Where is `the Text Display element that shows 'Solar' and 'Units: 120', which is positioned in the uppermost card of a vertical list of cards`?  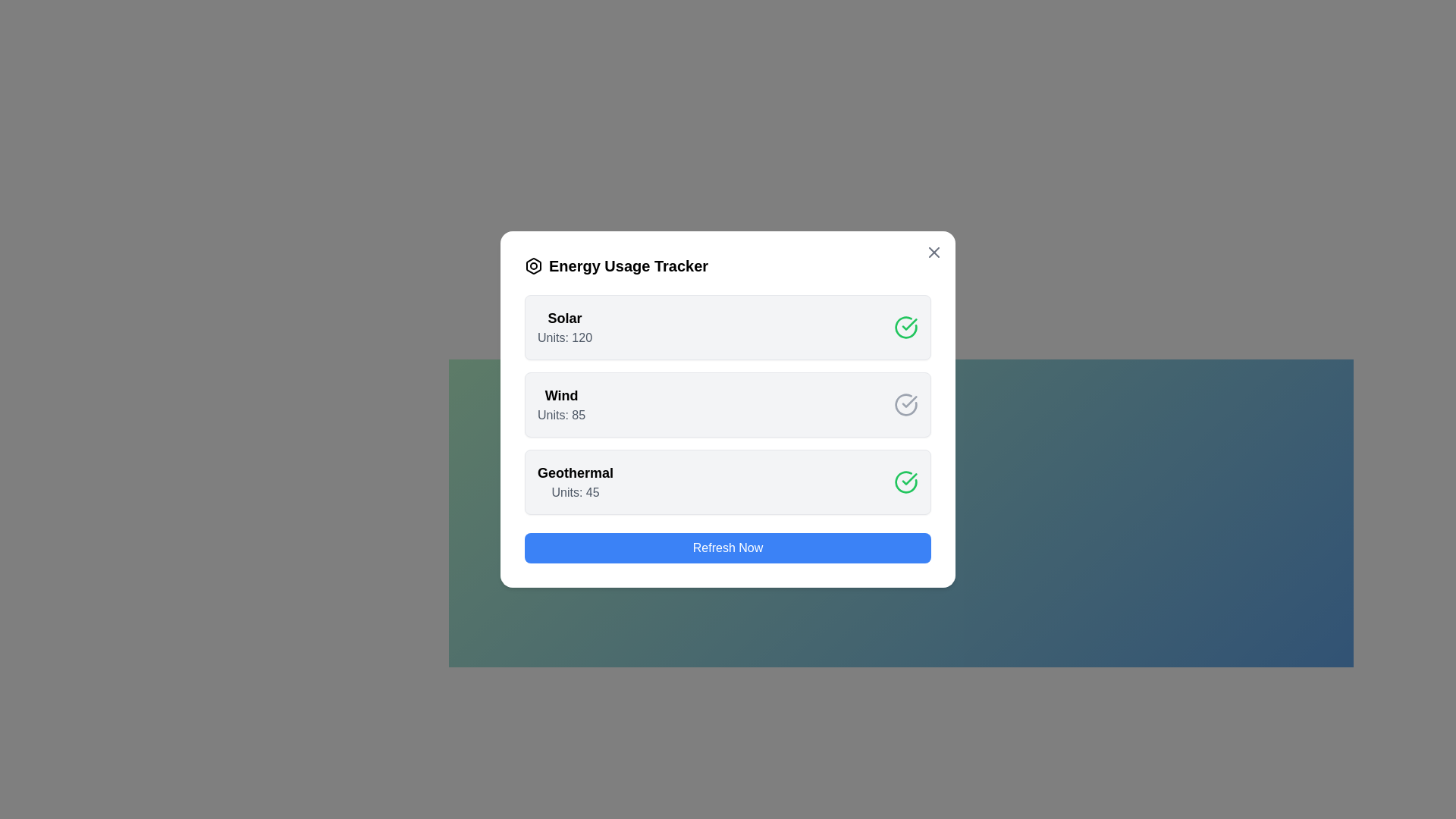
the Text Display element that shows 'Solar' and 'Units: 120', which is positioned in the uppermost card of a vertical list of cards is located at coordinates (563, 327).